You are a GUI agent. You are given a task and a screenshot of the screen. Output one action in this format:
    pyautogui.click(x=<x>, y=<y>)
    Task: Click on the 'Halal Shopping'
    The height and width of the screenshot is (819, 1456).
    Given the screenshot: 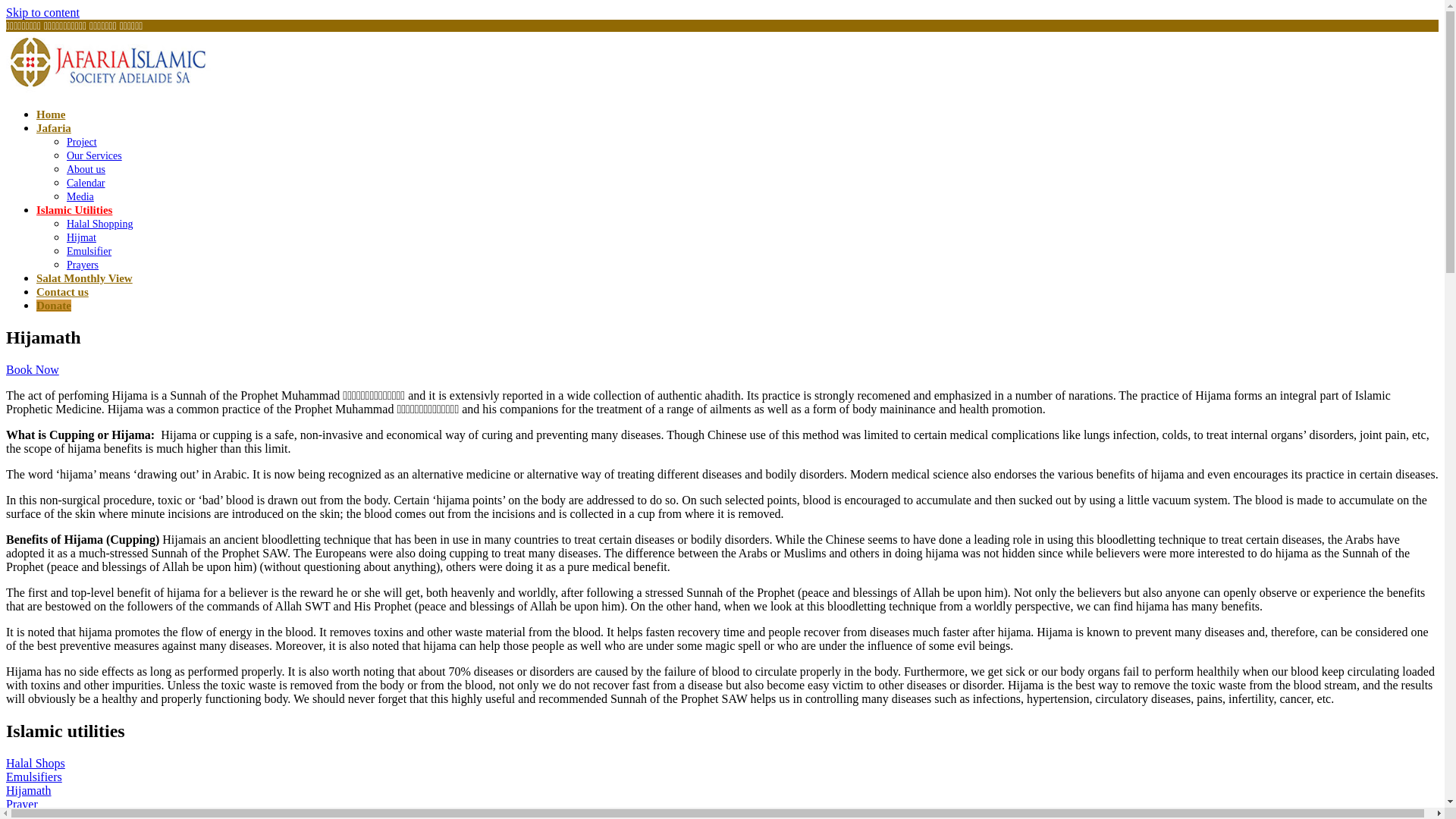 What is the action you would take?
    pyautogui.click(x=99, y=224)
    